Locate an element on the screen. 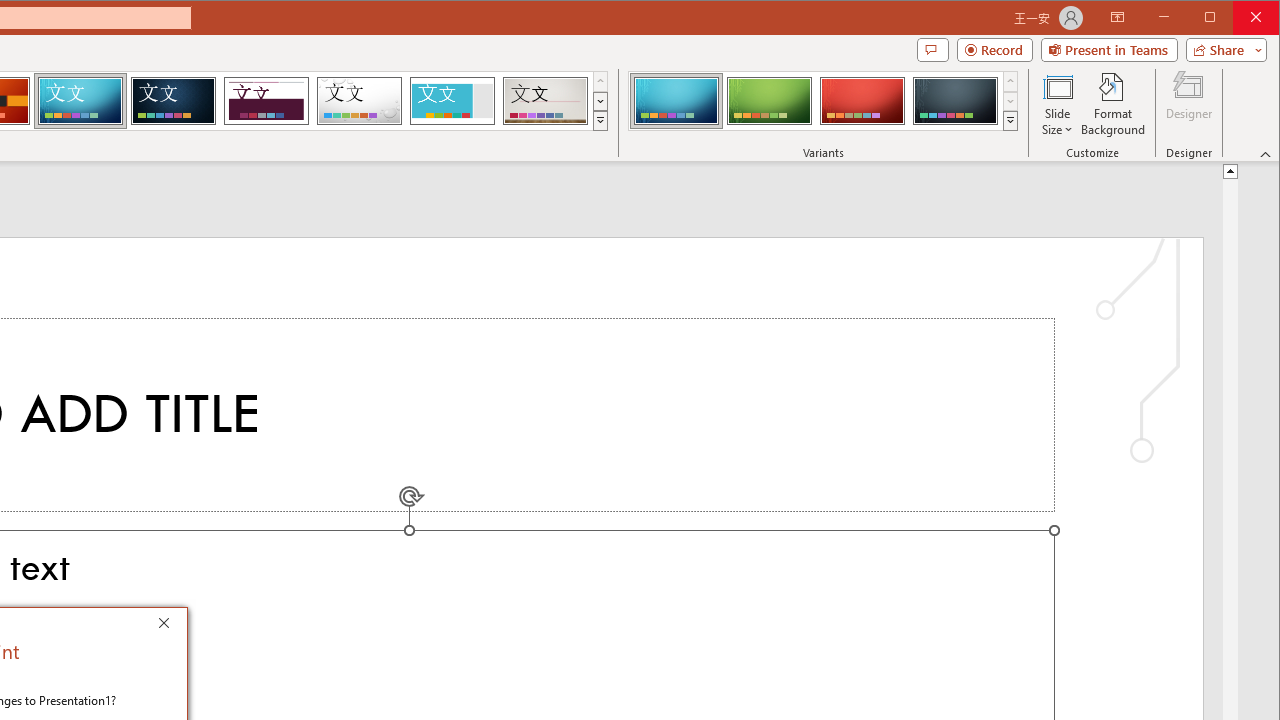 The image size is (1280, 720). 'Format Background' is located at coordinates (1112, 104).